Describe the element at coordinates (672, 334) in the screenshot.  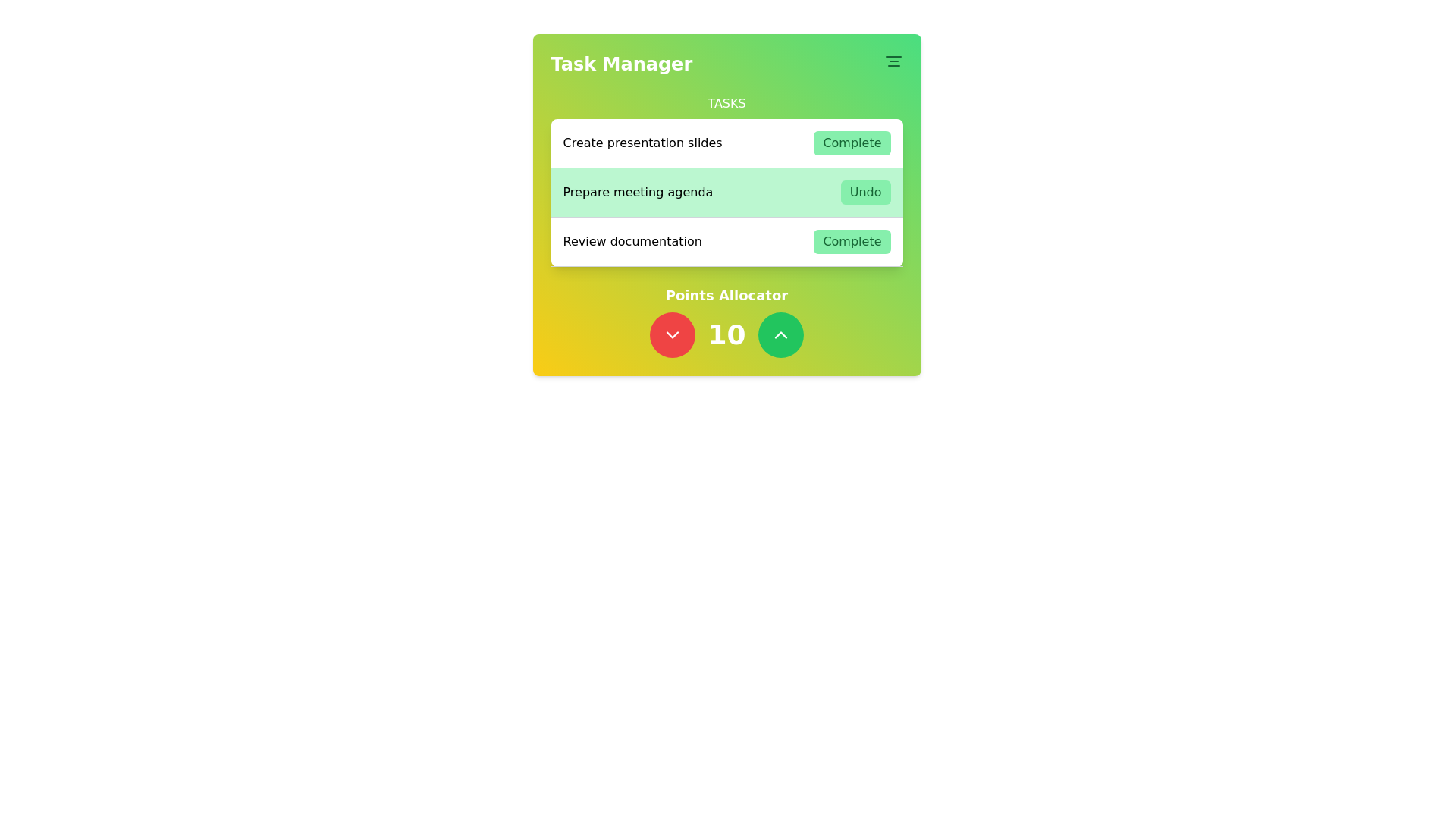
I see `the chevron-down icon with a bold red background located in the circular button at the bottom-left of the Points Allocator section in the Task Manager interface` at that location.